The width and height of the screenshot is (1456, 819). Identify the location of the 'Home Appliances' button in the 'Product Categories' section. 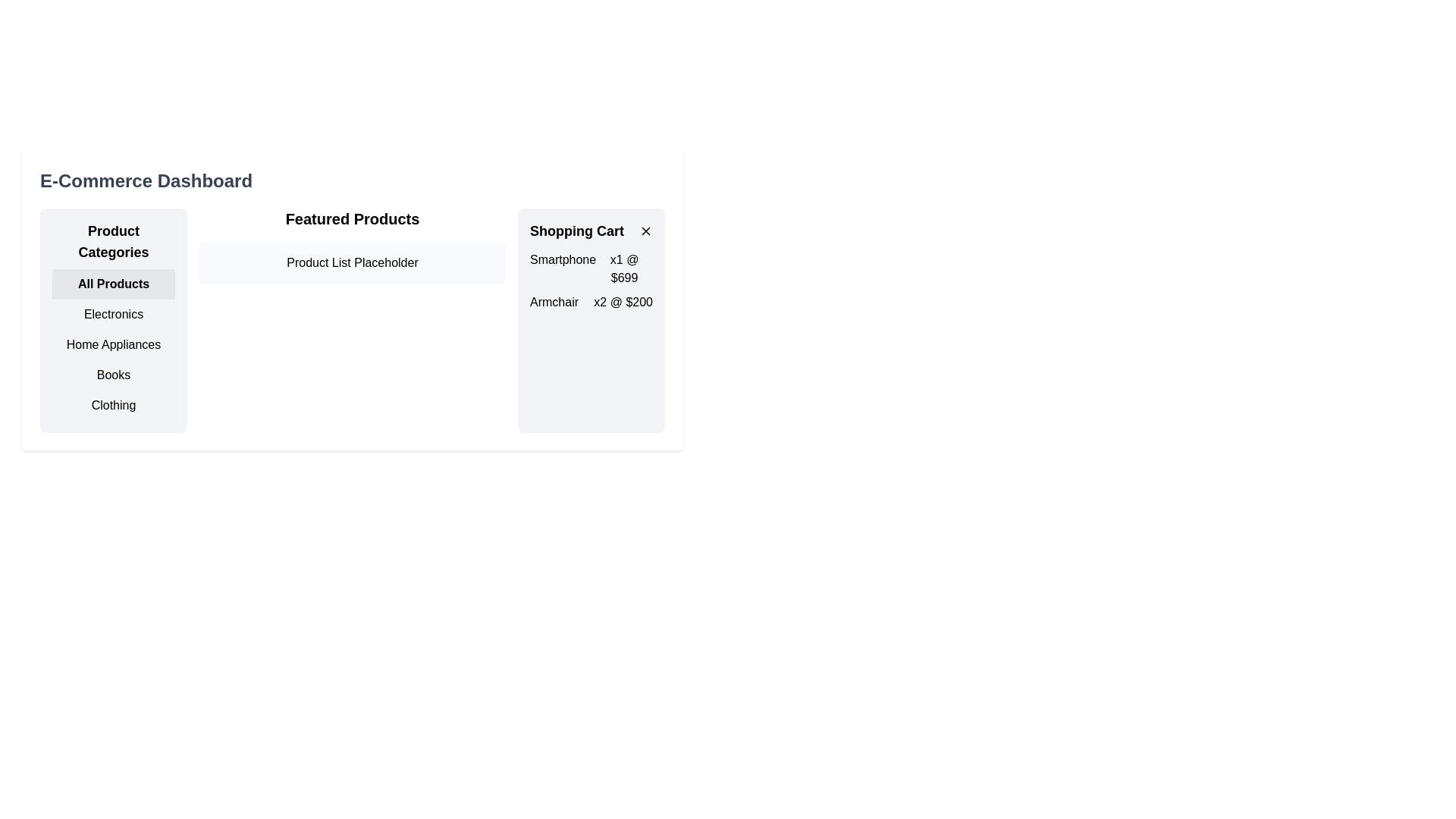
(112, 345).